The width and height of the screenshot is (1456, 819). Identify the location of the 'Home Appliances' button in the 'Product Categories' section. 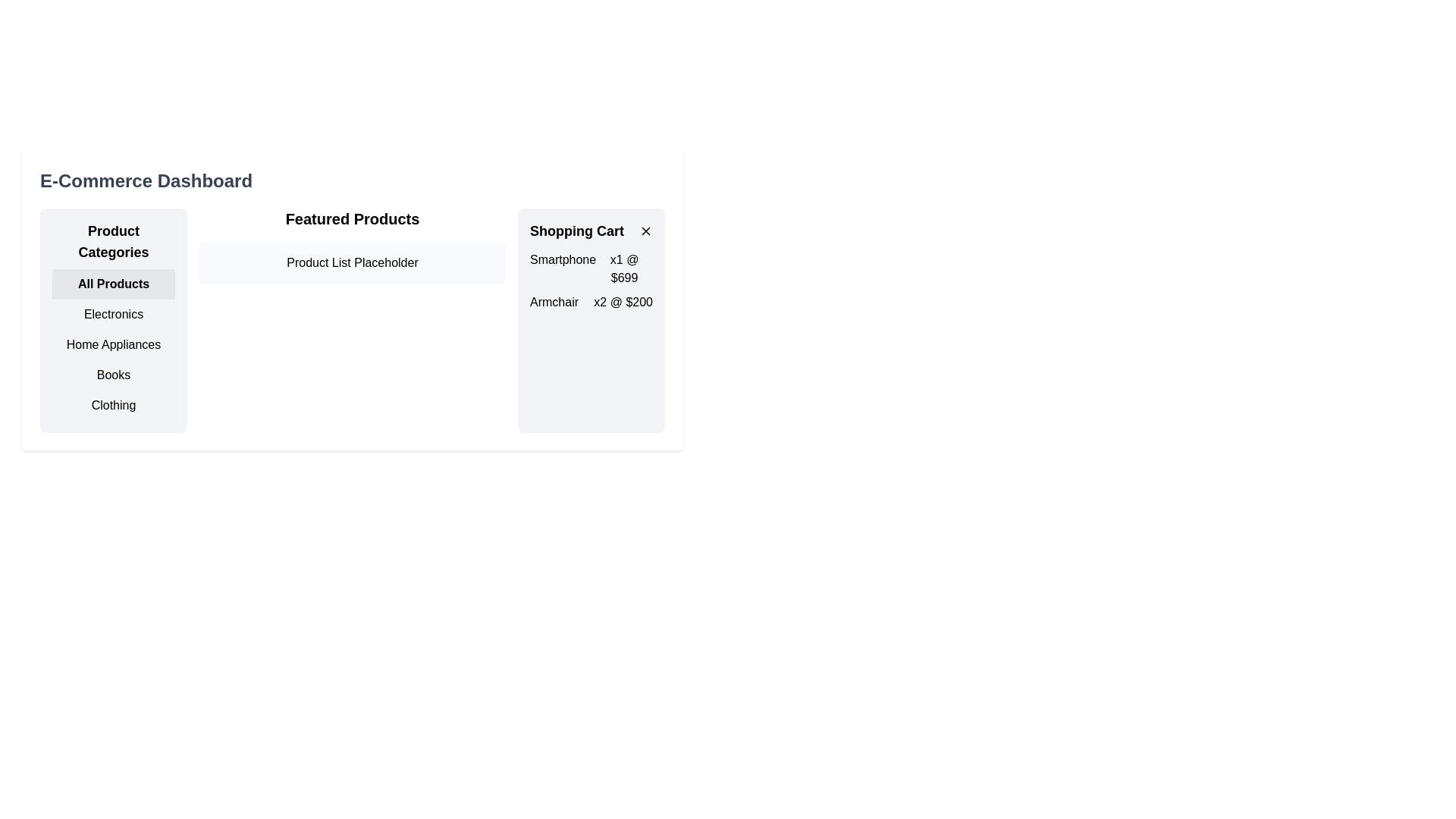
(112, 345).